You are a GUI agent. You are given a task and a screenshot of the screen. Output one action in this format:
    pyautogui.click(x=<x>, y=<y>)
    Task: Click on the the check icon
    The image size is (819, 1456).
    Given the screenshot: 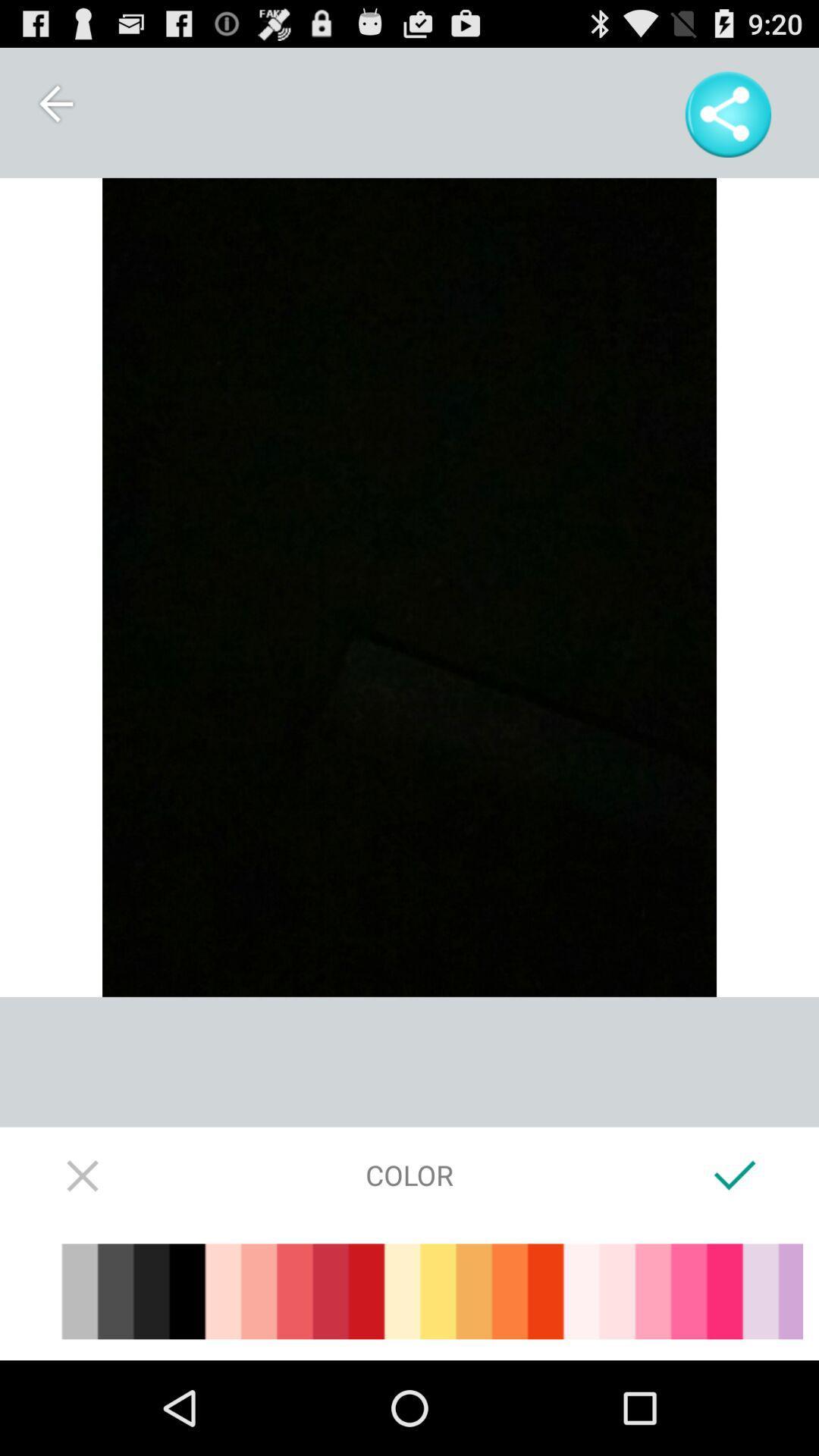 What is the action you would take?
    pyautogui.click(x=734, y=1257)
    